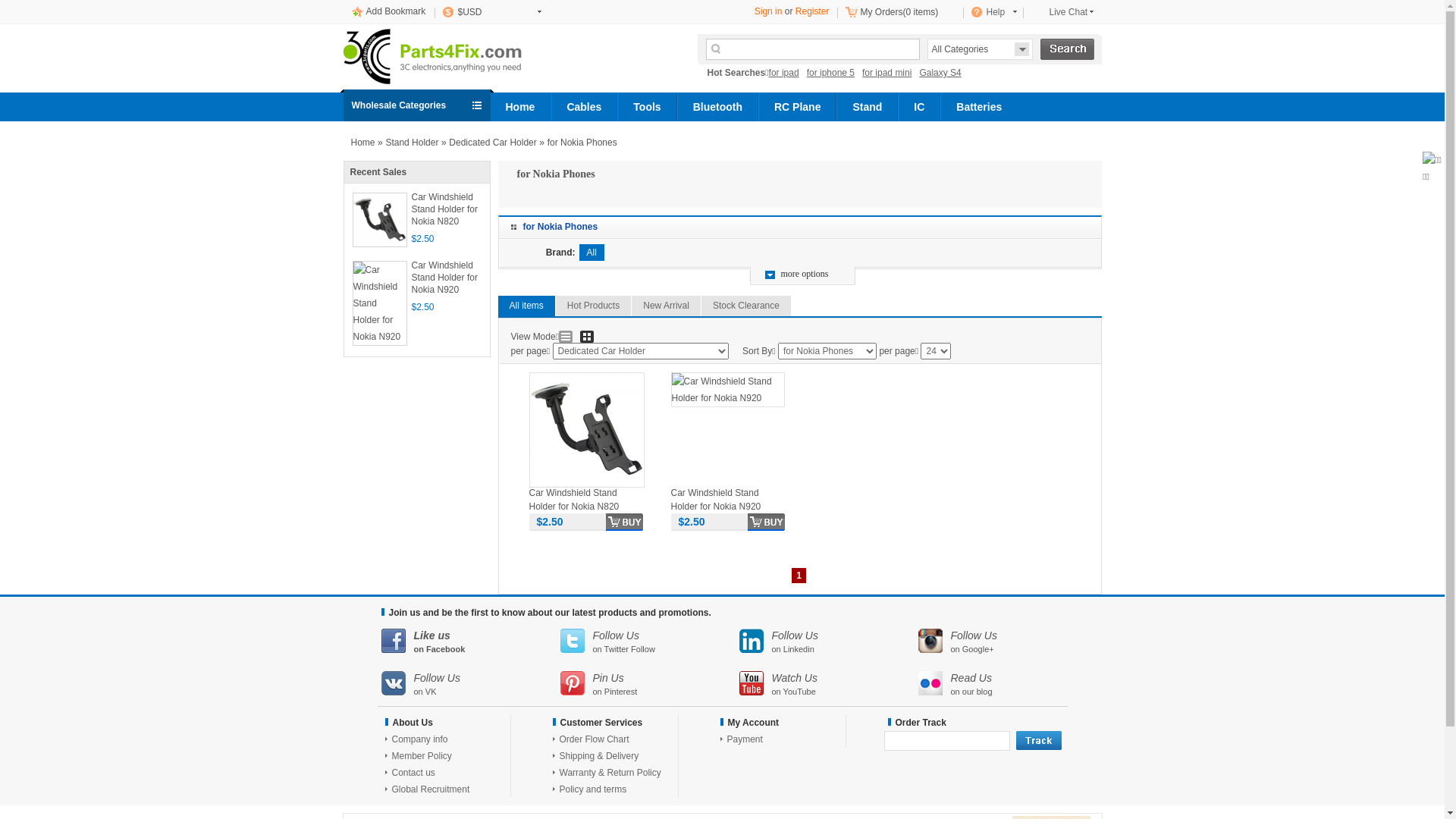 Image resolution: width=1456 pixels, height=819 pixels. What do you see at coordinates (1007, 641) in the screenshot?
I see `'Follow Us` at bounding box center [1007, 641].